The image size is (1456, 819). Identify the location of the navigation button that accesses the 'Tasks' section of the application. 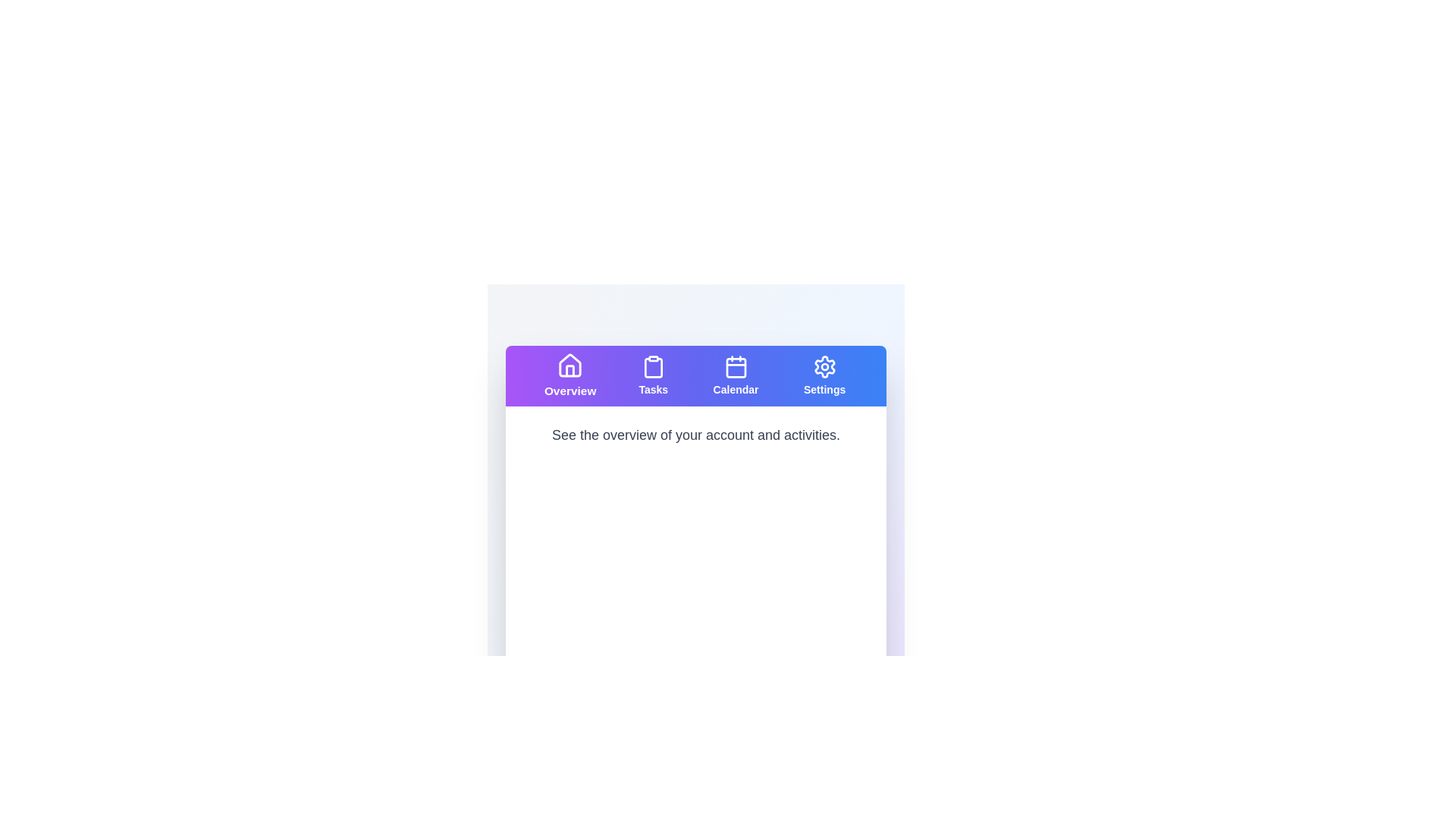
(653, 375).